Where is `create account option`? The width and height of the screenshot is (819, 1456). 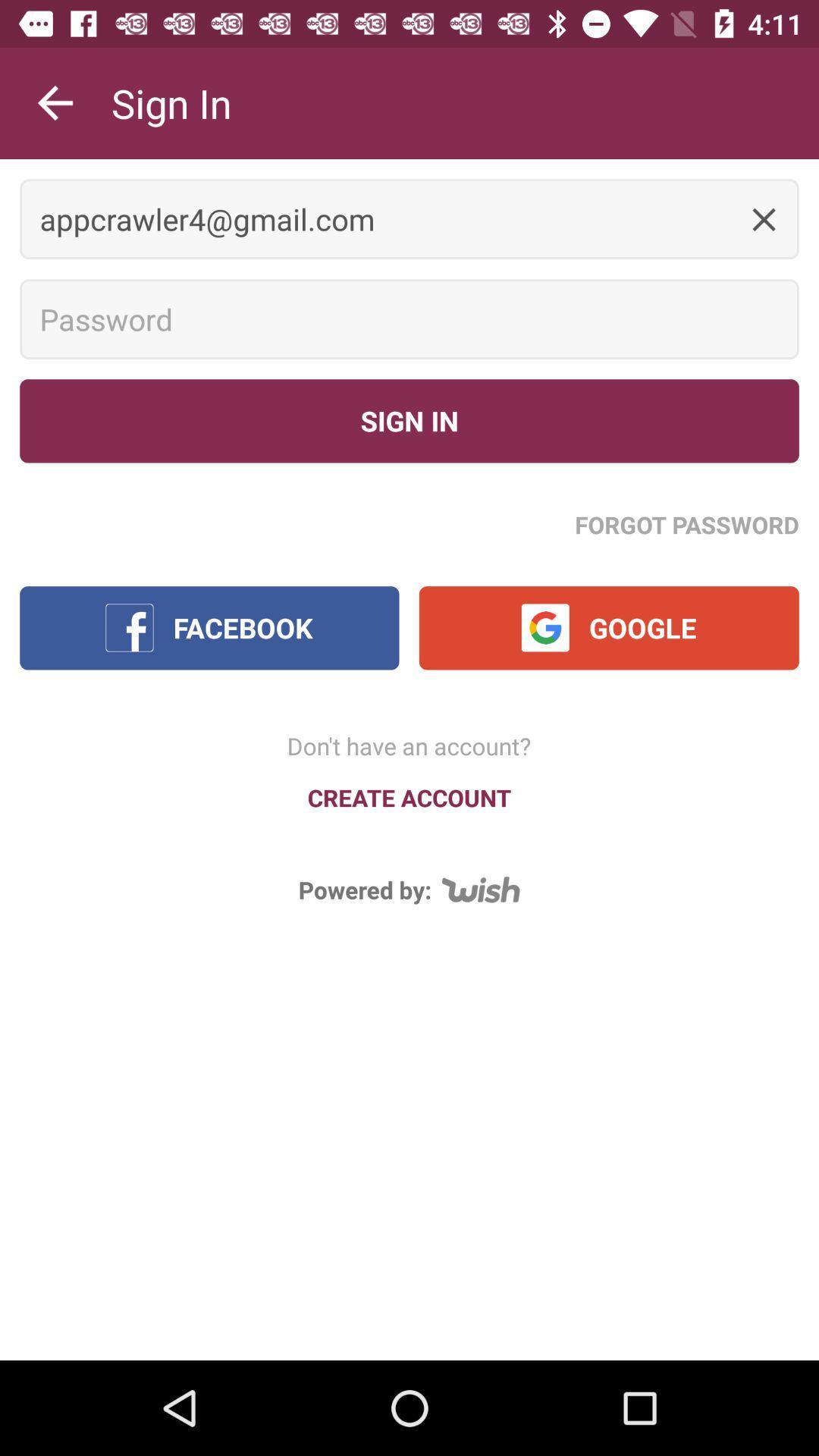
create account option is located at coordinates (409, 797).